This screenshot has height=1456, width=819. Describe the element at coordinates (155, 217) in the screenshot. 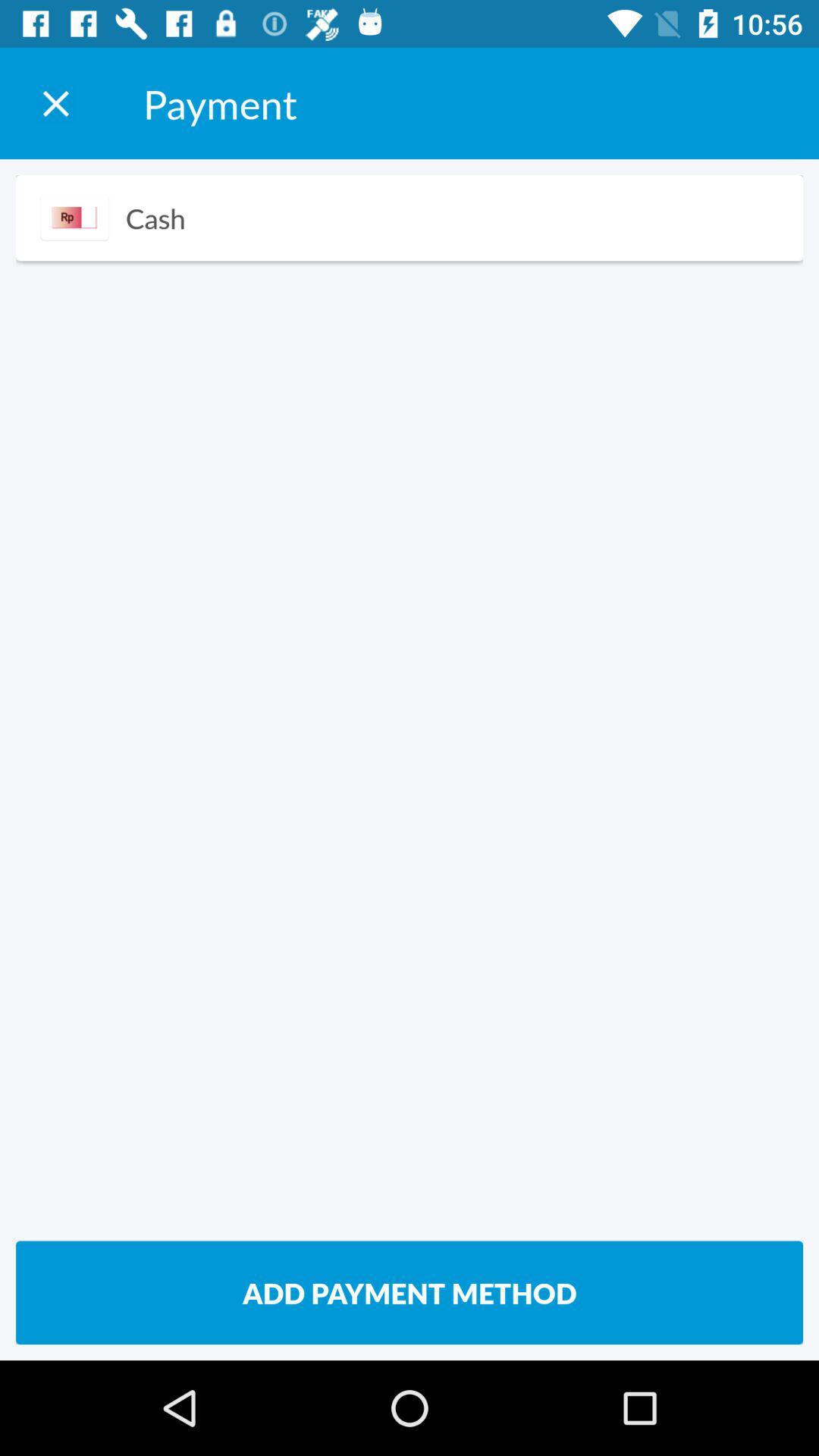

I see `the icon below payment item` at that location.